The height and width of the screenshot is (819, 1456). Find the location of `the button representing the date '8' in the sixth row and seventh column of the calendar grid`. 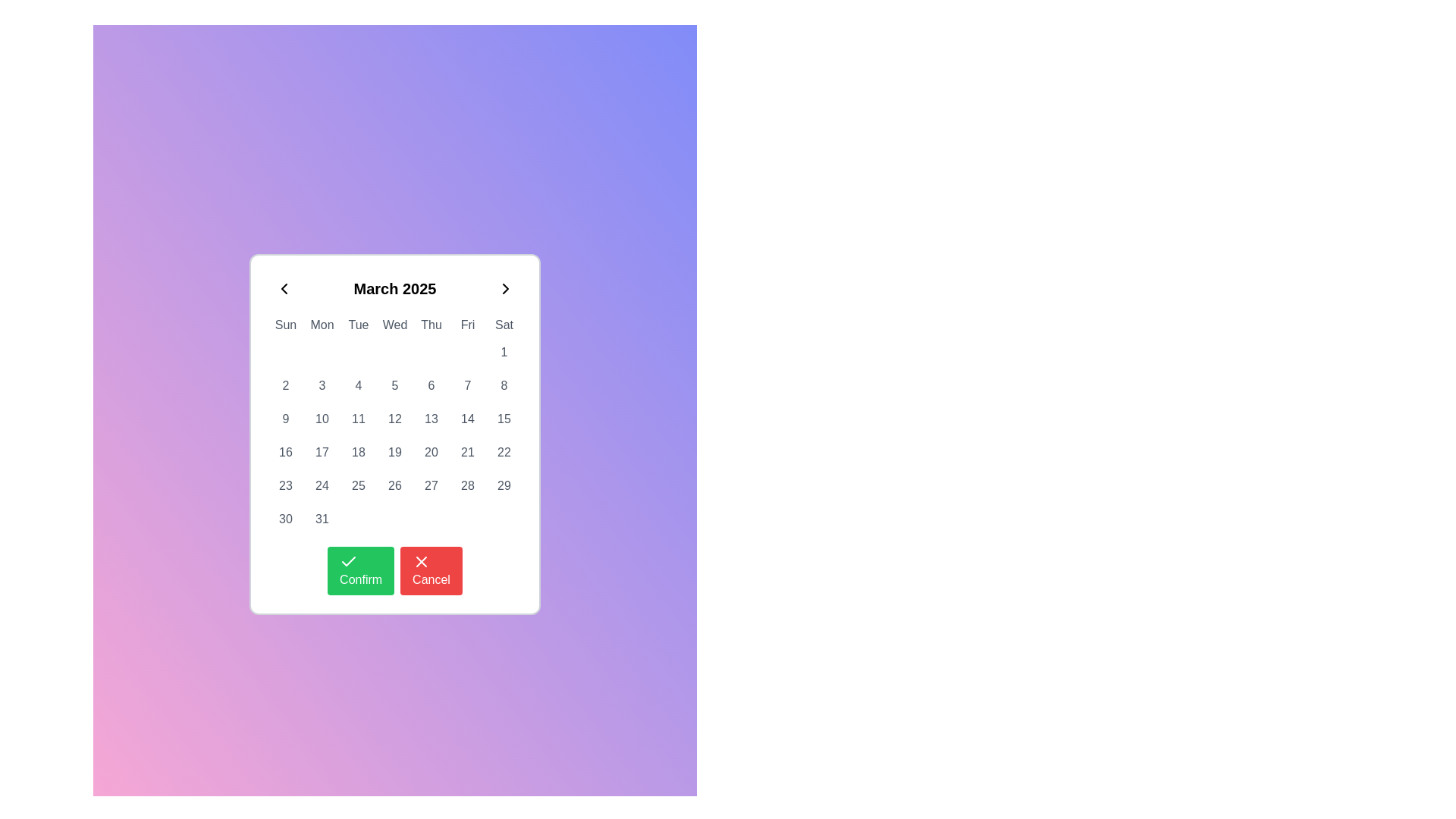

the button representing the date '8' in the sixth row and seventh column of the calendar grid is located at coordinates (504, 385).